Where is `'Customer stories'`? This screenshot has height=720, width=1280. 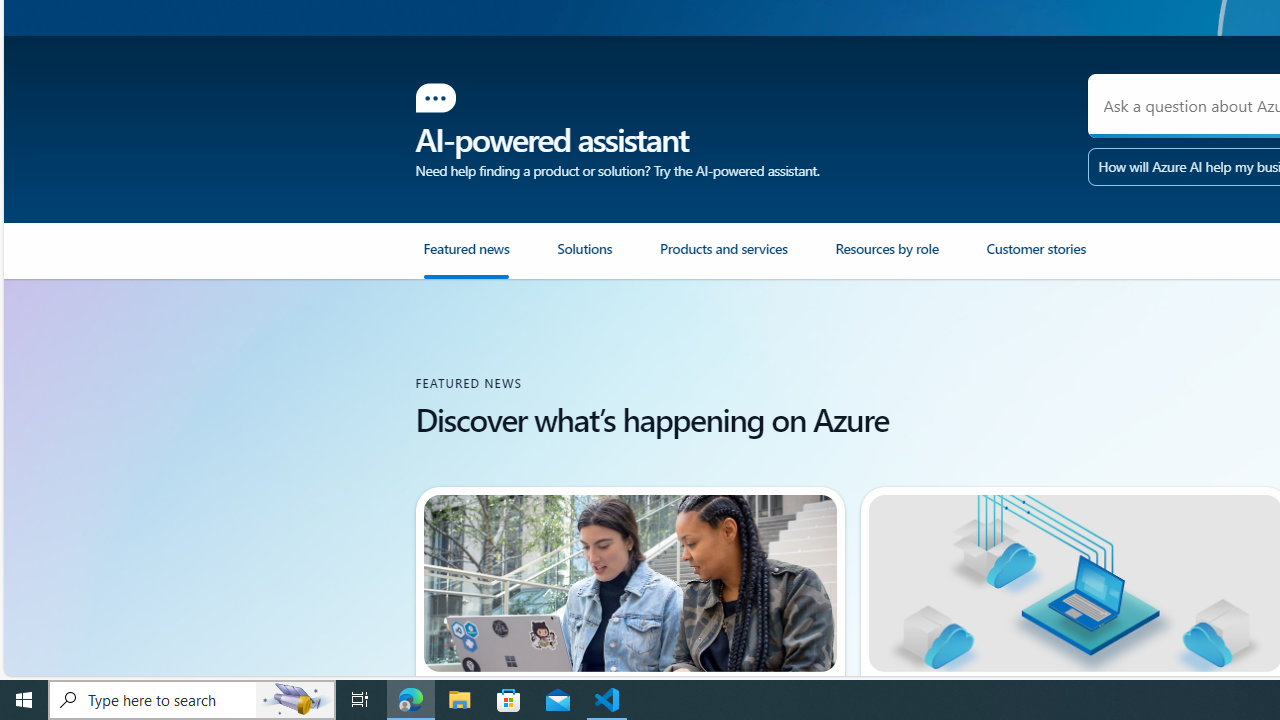 'Customer stories' is located at coordinates (1060, 258).